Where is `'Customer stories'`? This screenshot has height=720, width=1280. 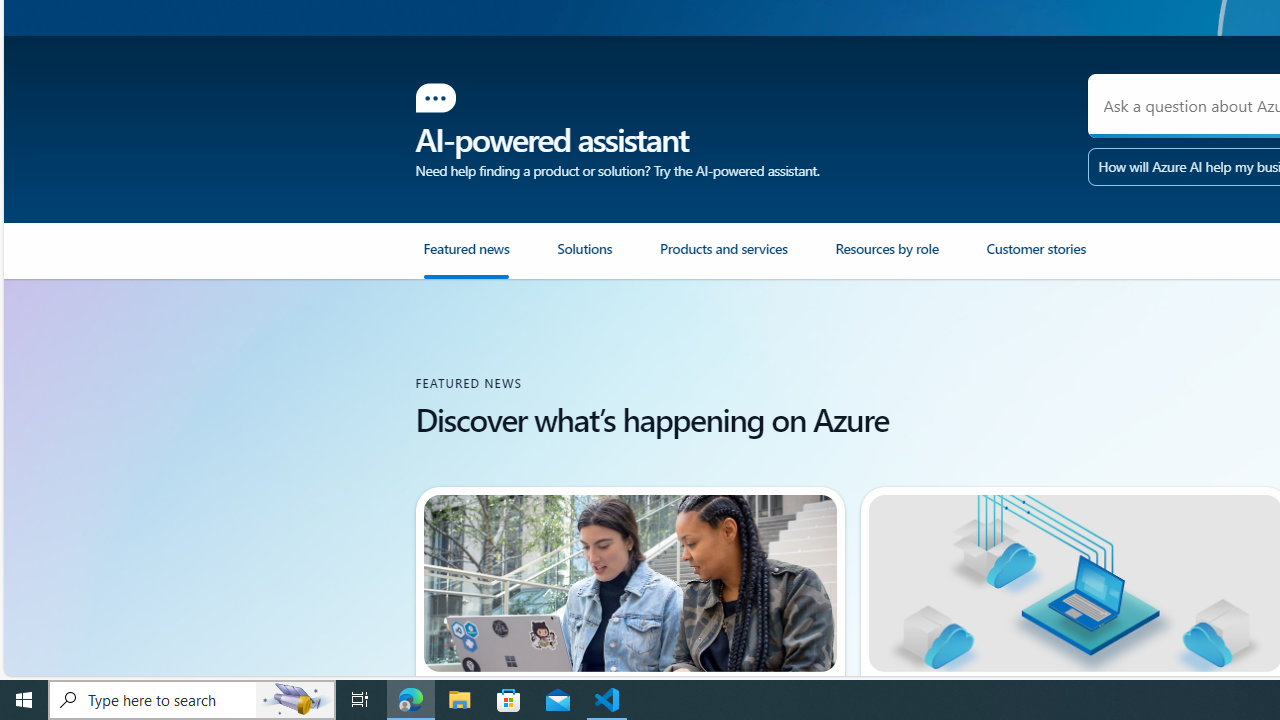 'Customer stories' is located at coordinates (1060, 258).